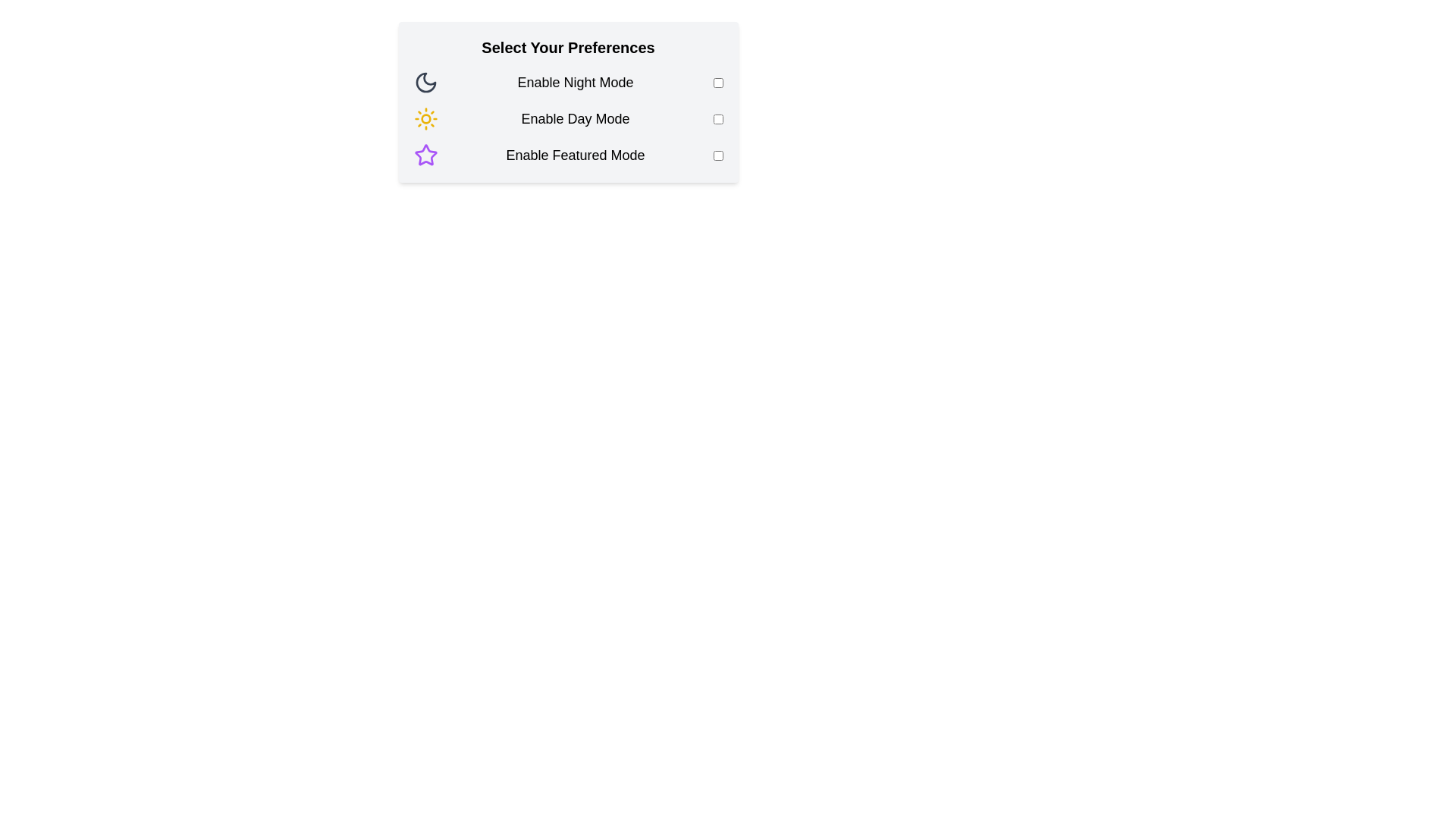 This screenshot has width=1456, height=819. Describe the element at coordinates (574, 118) in the screenshot. I see `the 'Enable Day Mode' text label, which is displayed in a bold and moderately large font, positioned in the second row with a sun icon to its left and a checkbox to its right` at that location.